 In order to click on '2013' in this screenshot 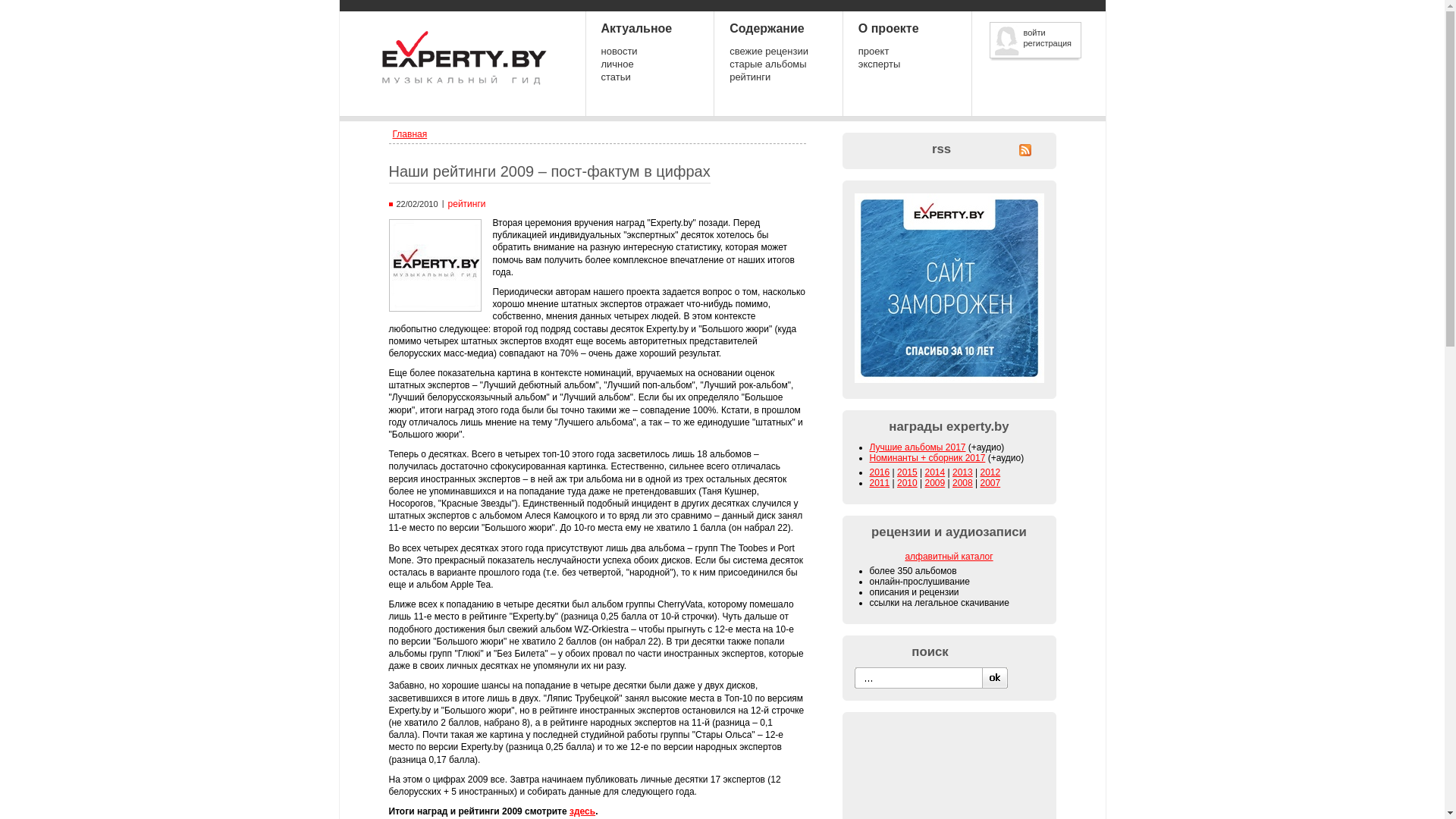, I will do `click(962, 472)`.